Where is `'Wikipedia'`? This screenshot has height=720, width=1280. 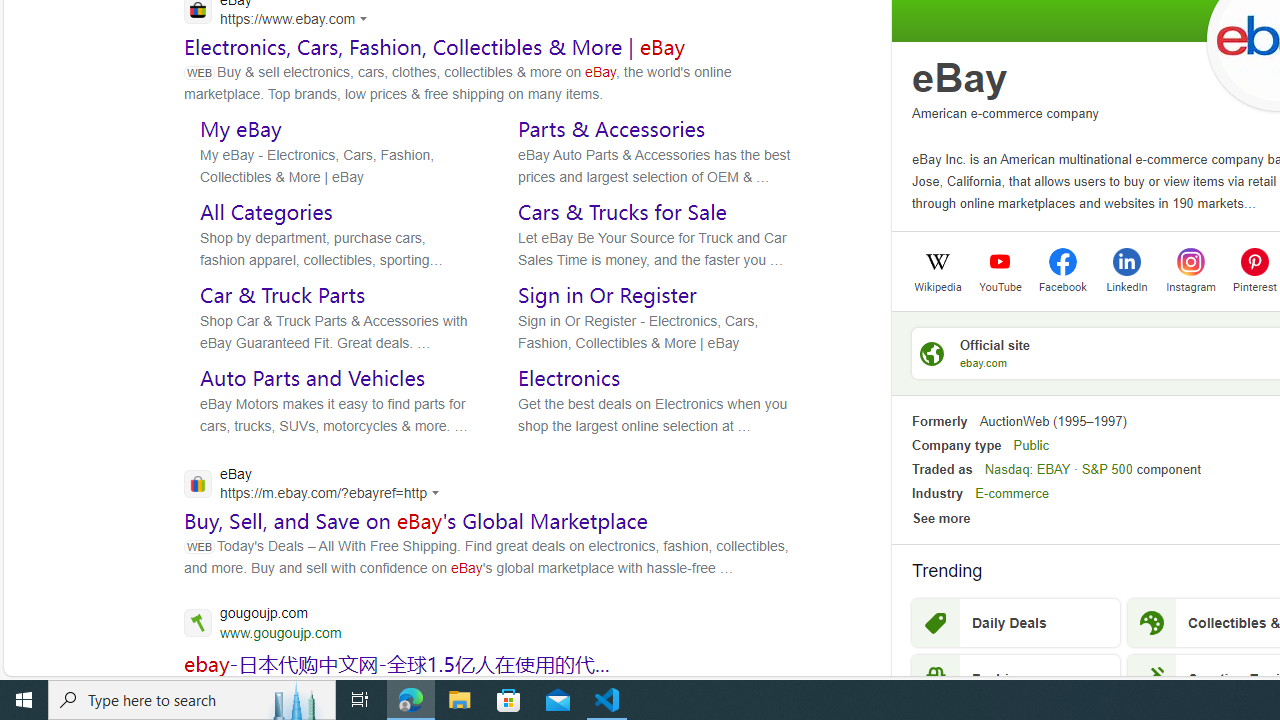 'Wikipedia' is located at coordinates (936, 285).